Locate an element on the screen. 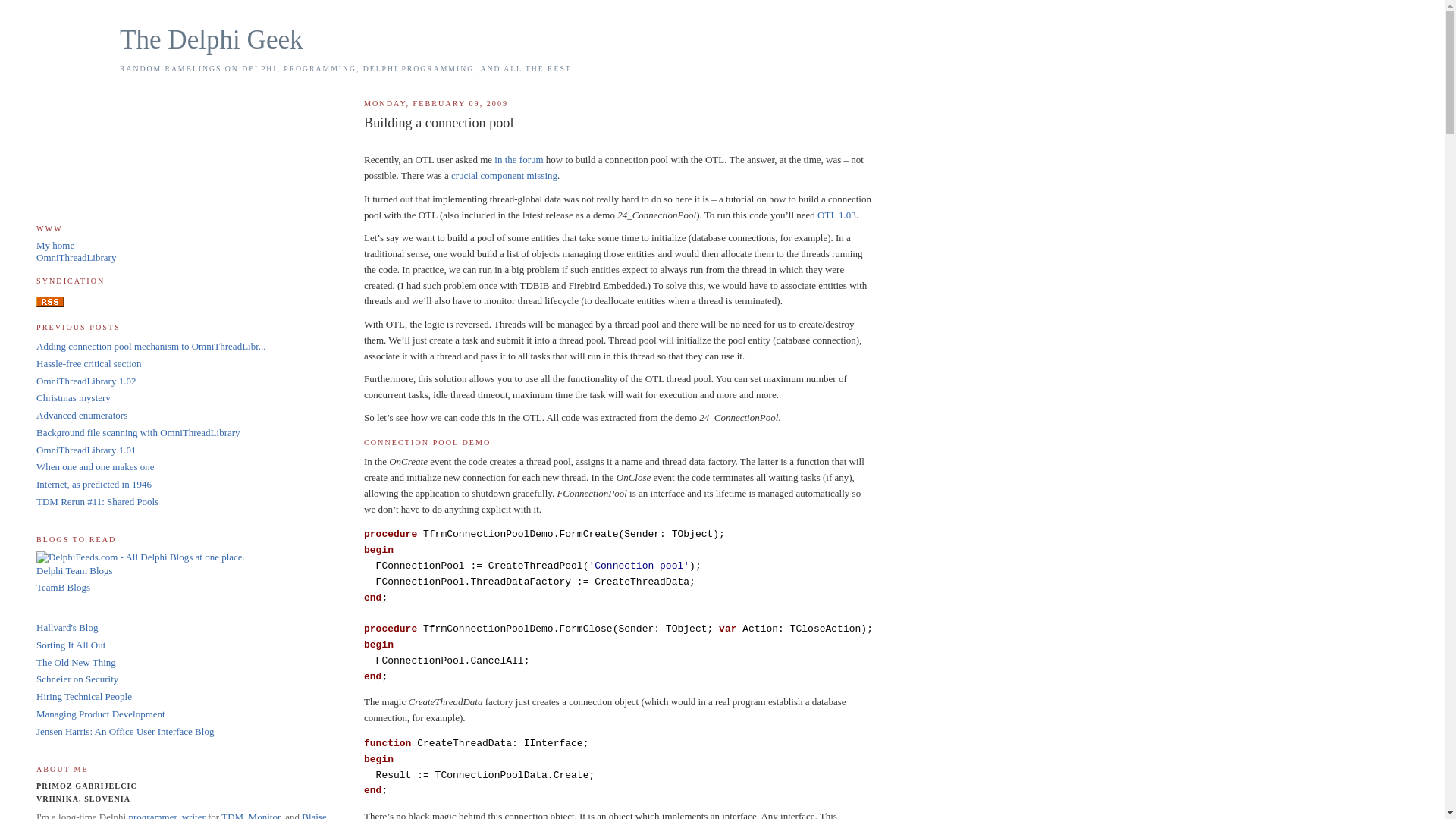 The height and width of the screenshot is (819, 1456). 'The Old New Thing' is located at coordinates (75, 661).